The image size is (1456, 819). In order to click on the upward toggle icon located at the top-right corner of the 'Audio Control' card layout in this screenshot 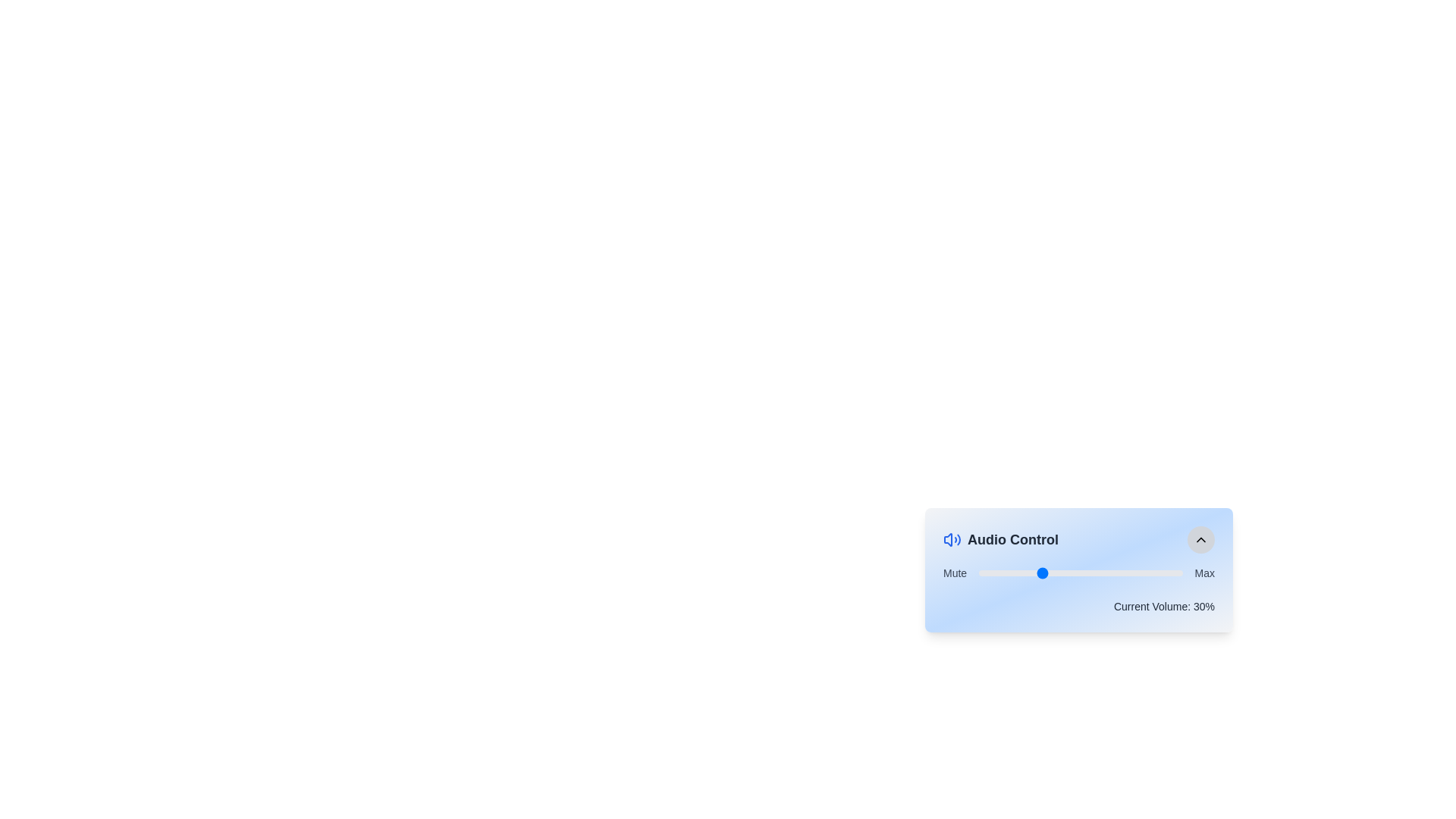, I will do `click(1200, 539)`.